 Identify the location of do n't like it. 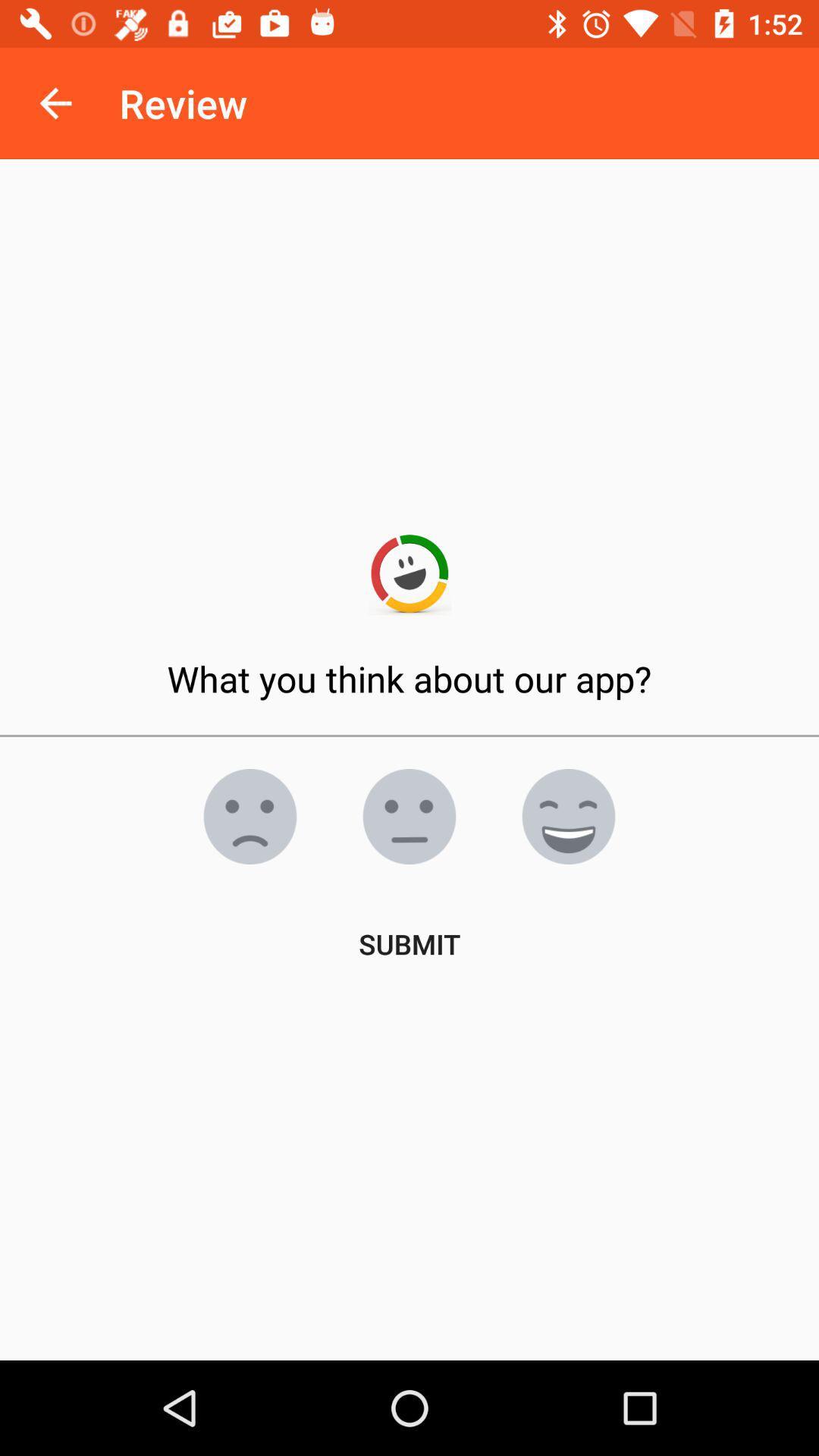
(249, 815).